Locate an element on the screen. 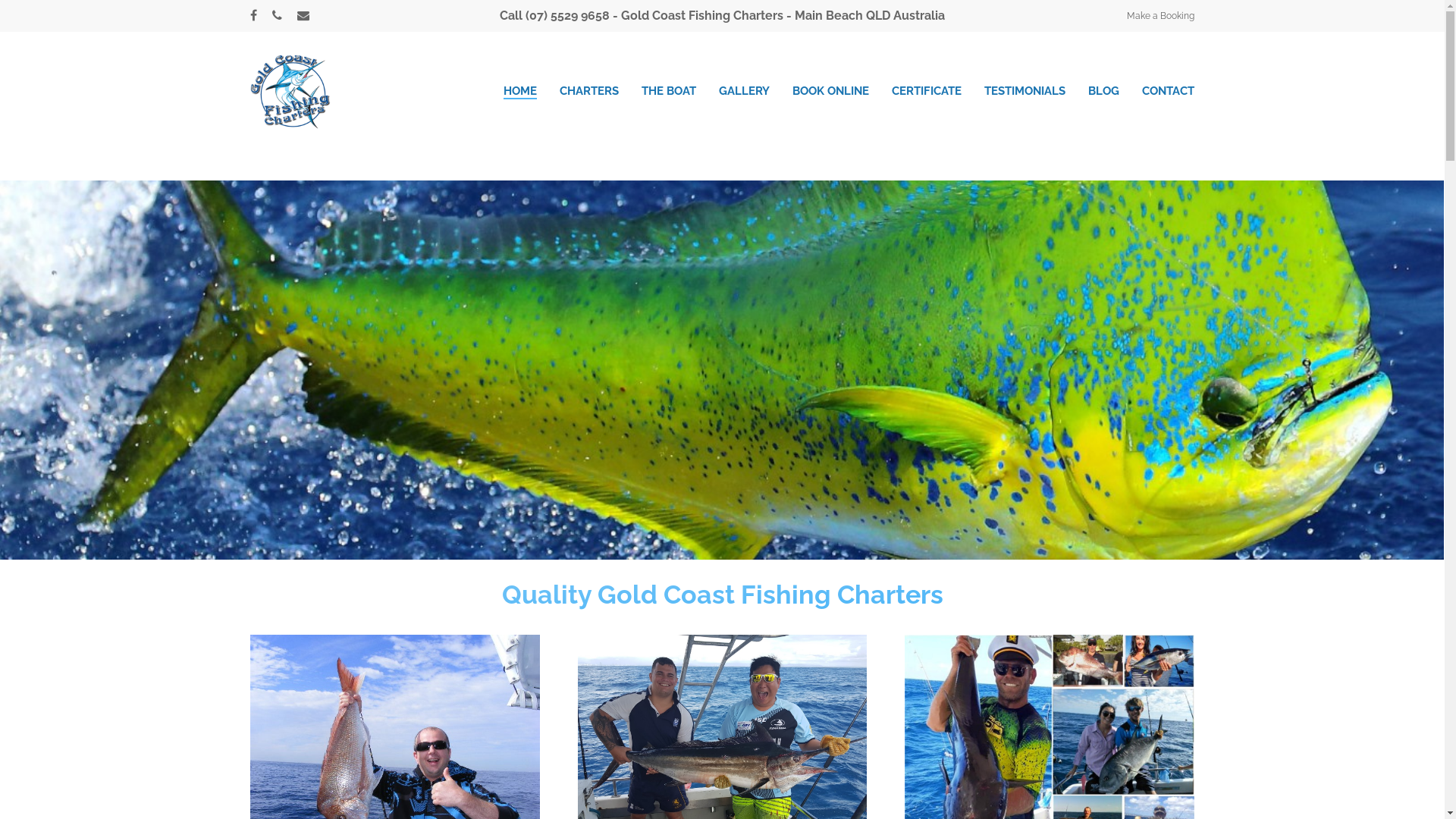 This screenshot has height=819, width=1456. 'CONTACT' is located at coordinates (1167, 90).